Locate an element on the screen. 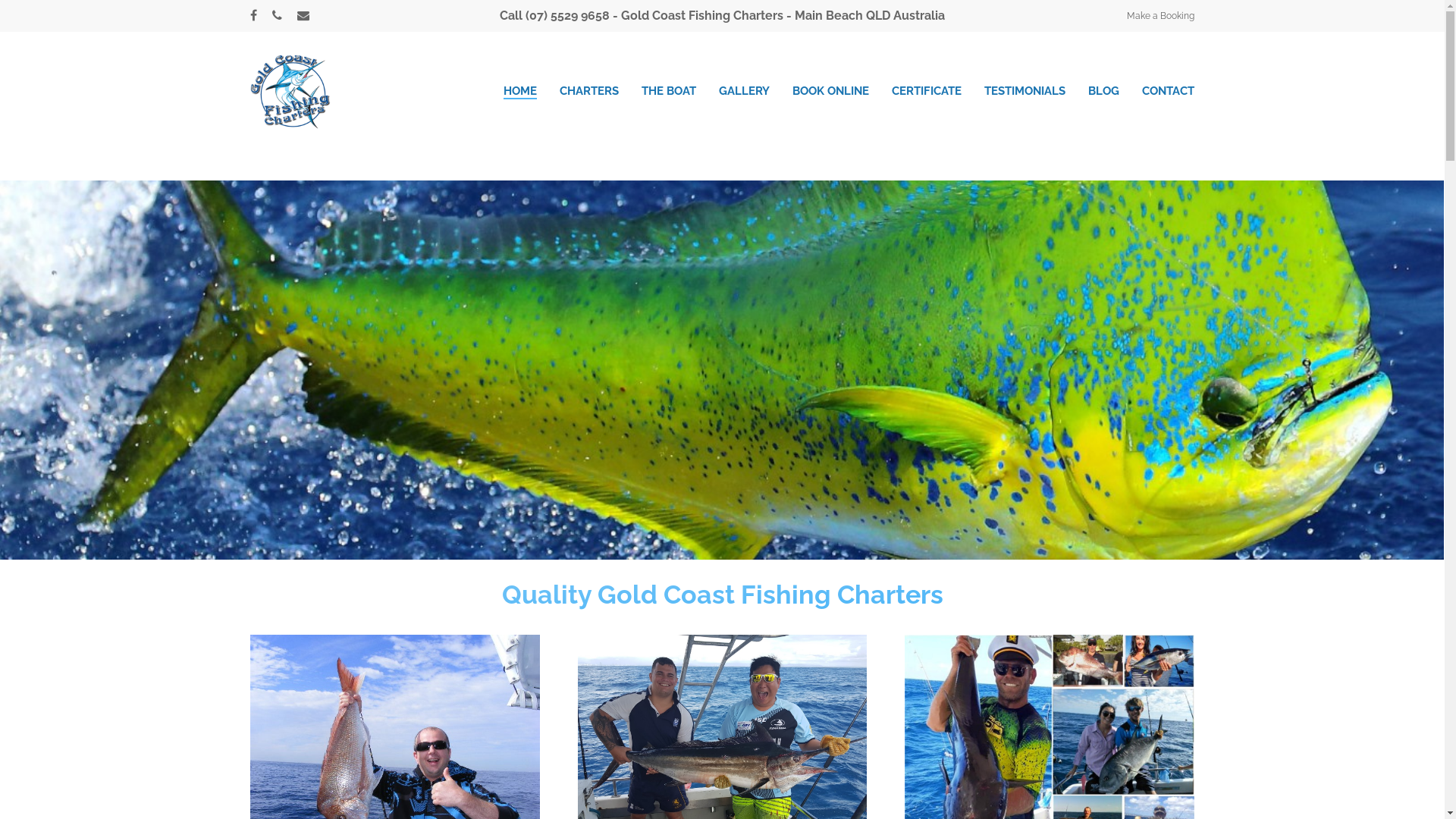 This screenshot has height=819, width=1456. 'CONTACT' is located at coordinates (1167, 90).